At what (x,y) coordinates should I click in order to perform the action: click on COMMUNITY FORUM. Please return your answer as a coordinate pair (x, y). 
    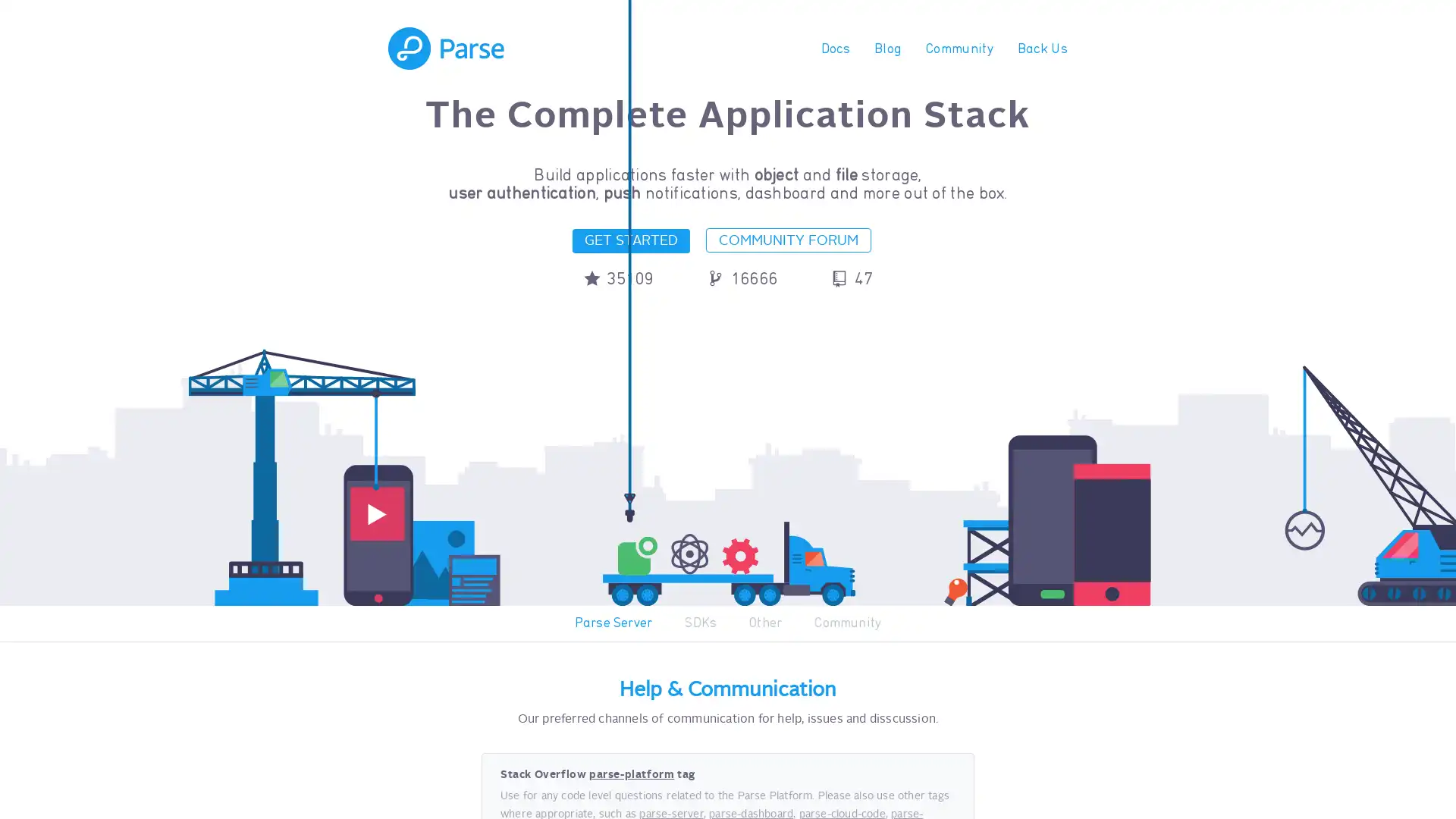
    Looking at the image, I should click on (789, 239).